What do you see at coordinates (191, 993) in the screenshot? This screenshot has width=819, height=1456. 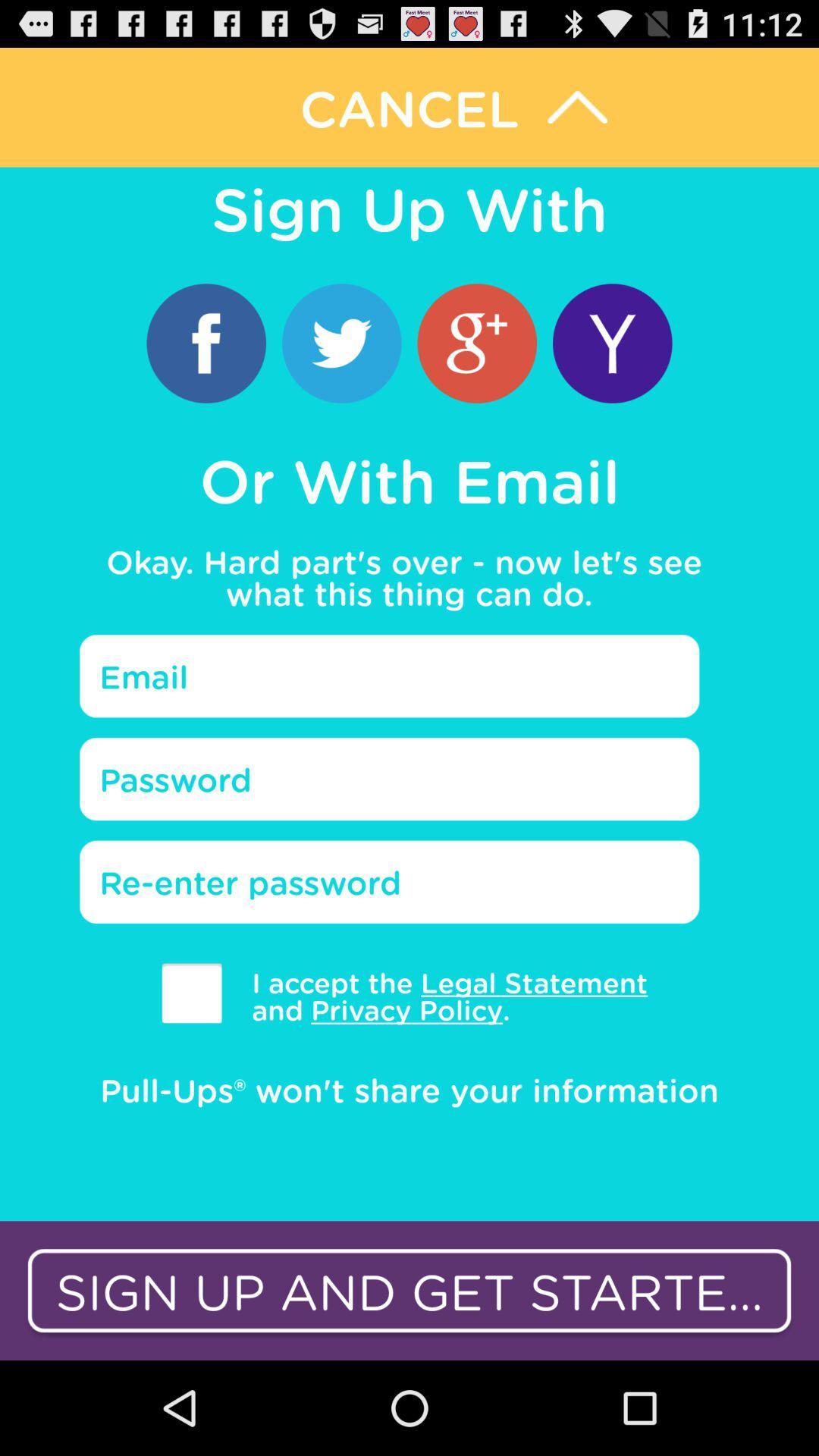 I see `icon to the left of the i accept the item` at bounding box center [191, 993].